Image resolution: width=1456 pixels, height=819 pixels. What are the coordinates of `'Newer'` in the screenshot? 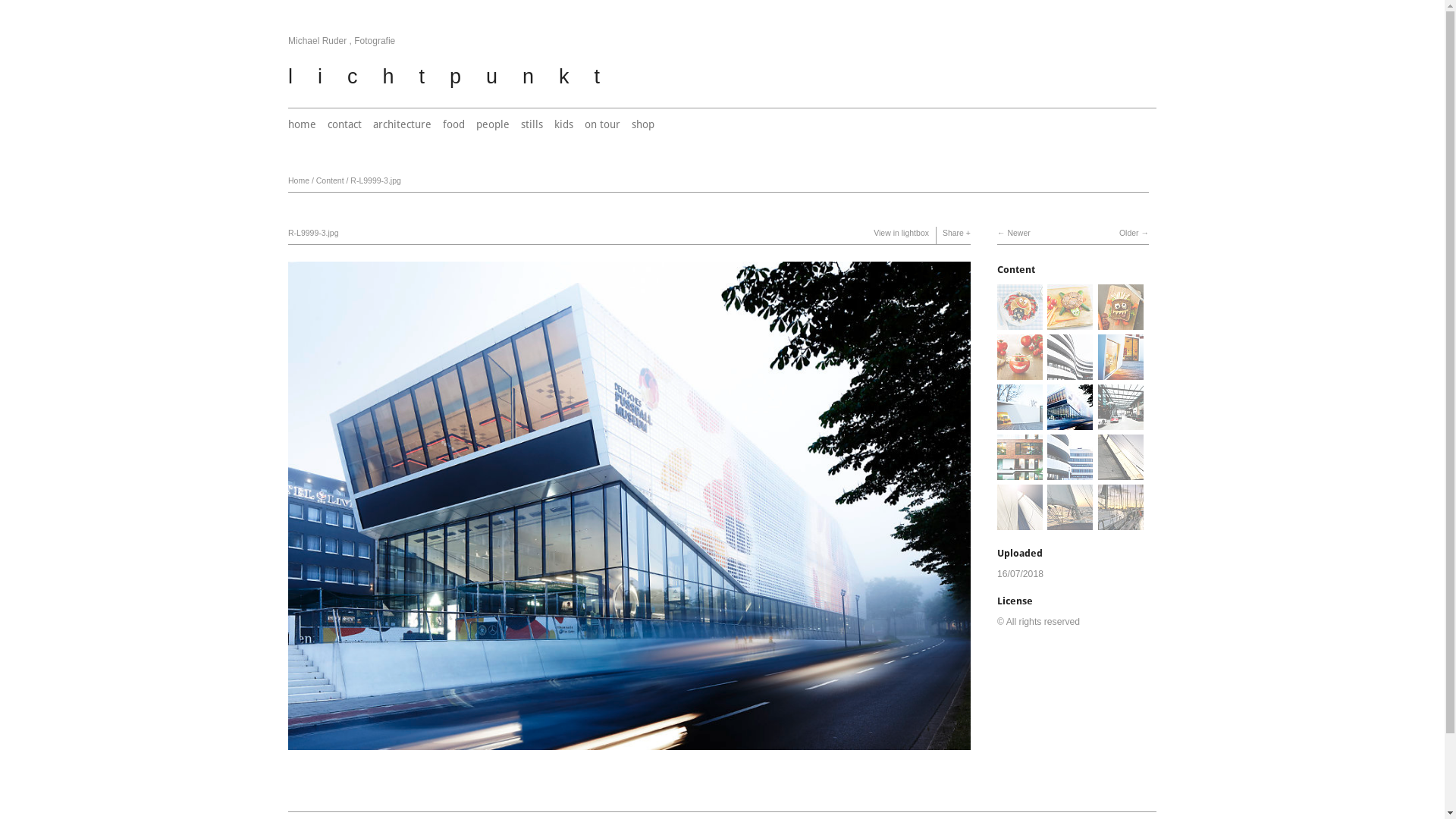 It's located at (1014, 233).